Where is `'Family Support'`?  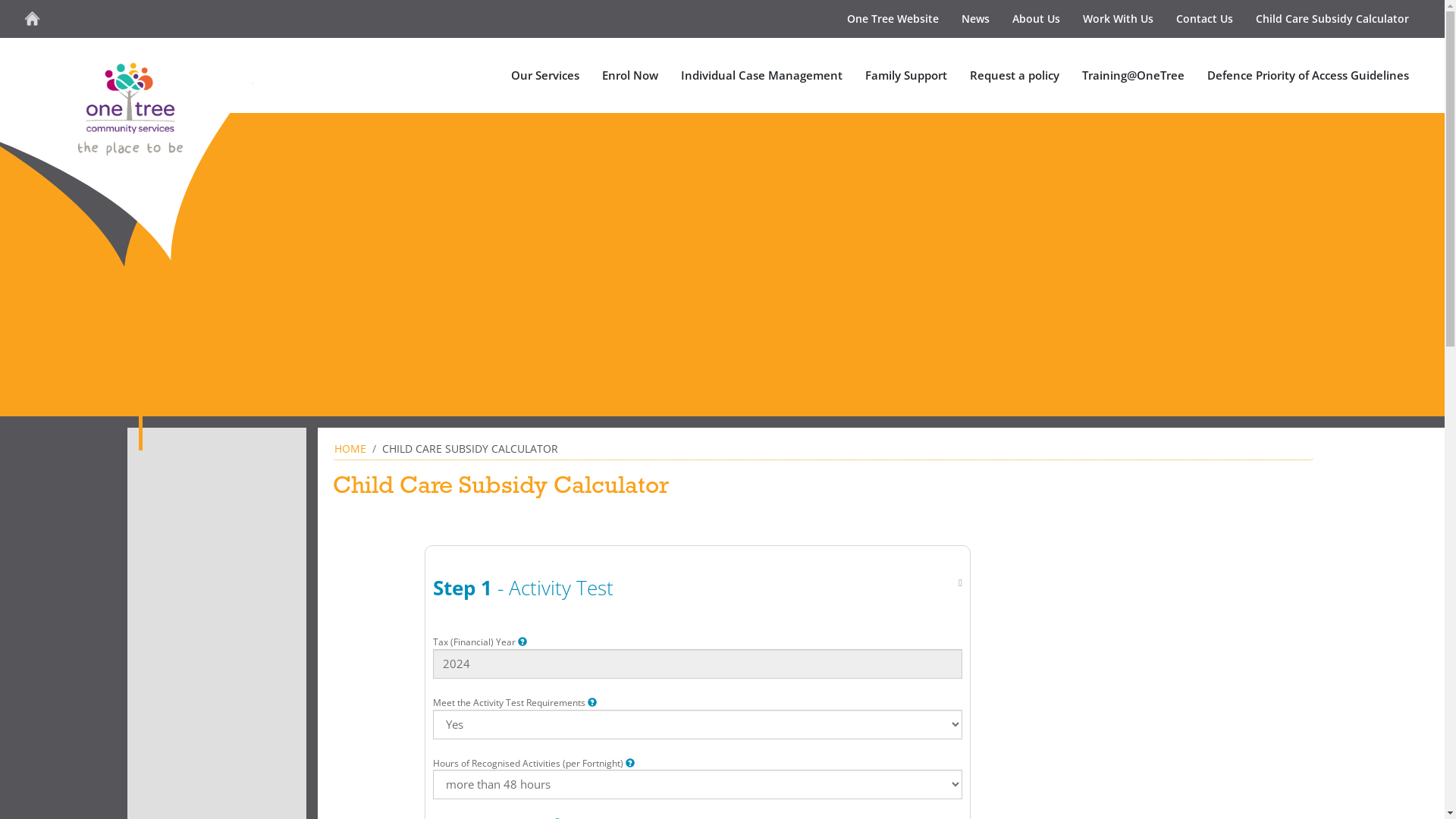
'Family Support' is located at coordinates (854, 75).